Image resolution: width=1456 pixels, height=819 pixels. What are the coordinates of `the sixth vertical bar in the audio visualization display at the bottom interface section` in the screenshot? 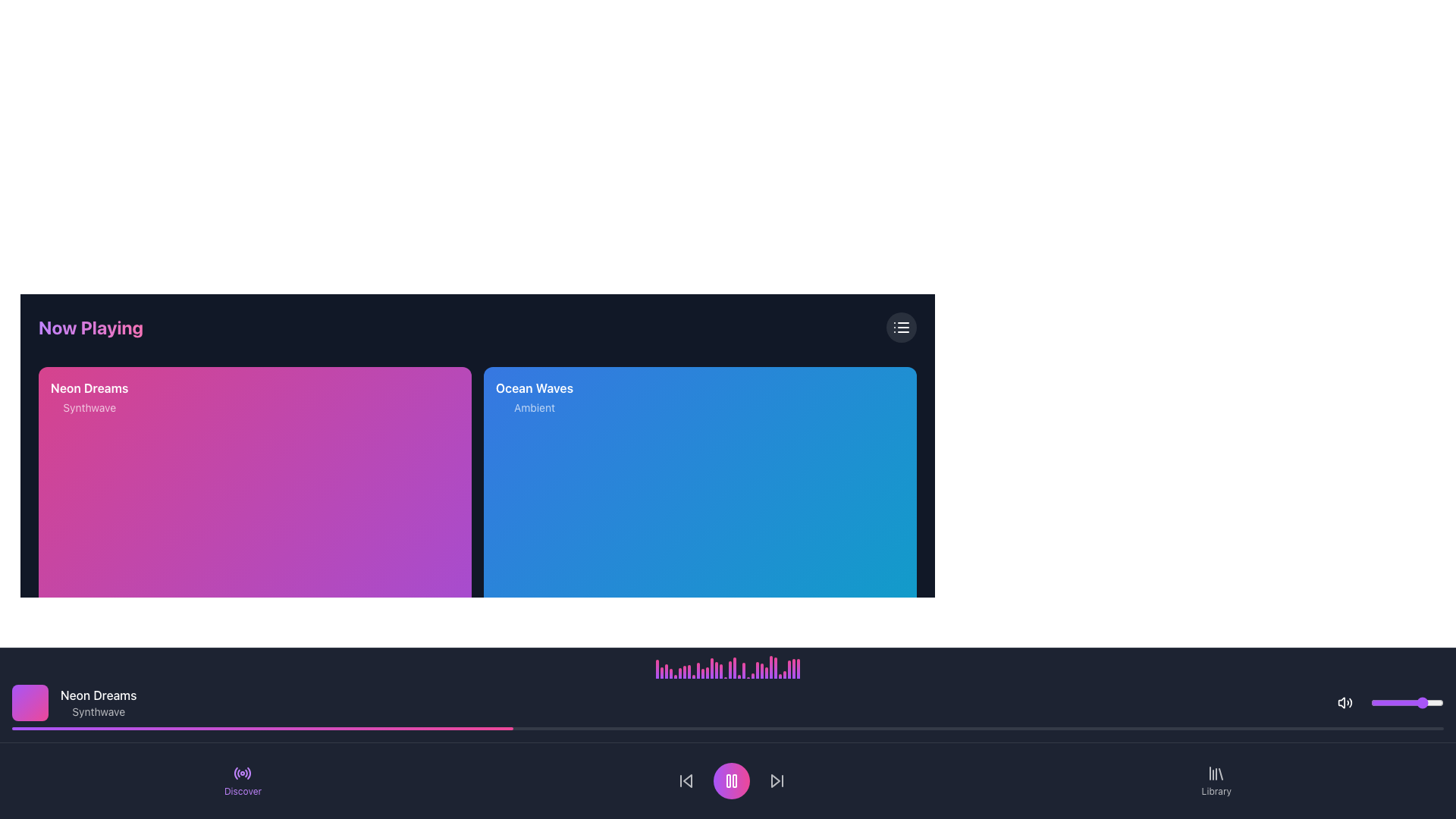 It's located at (679, 670).